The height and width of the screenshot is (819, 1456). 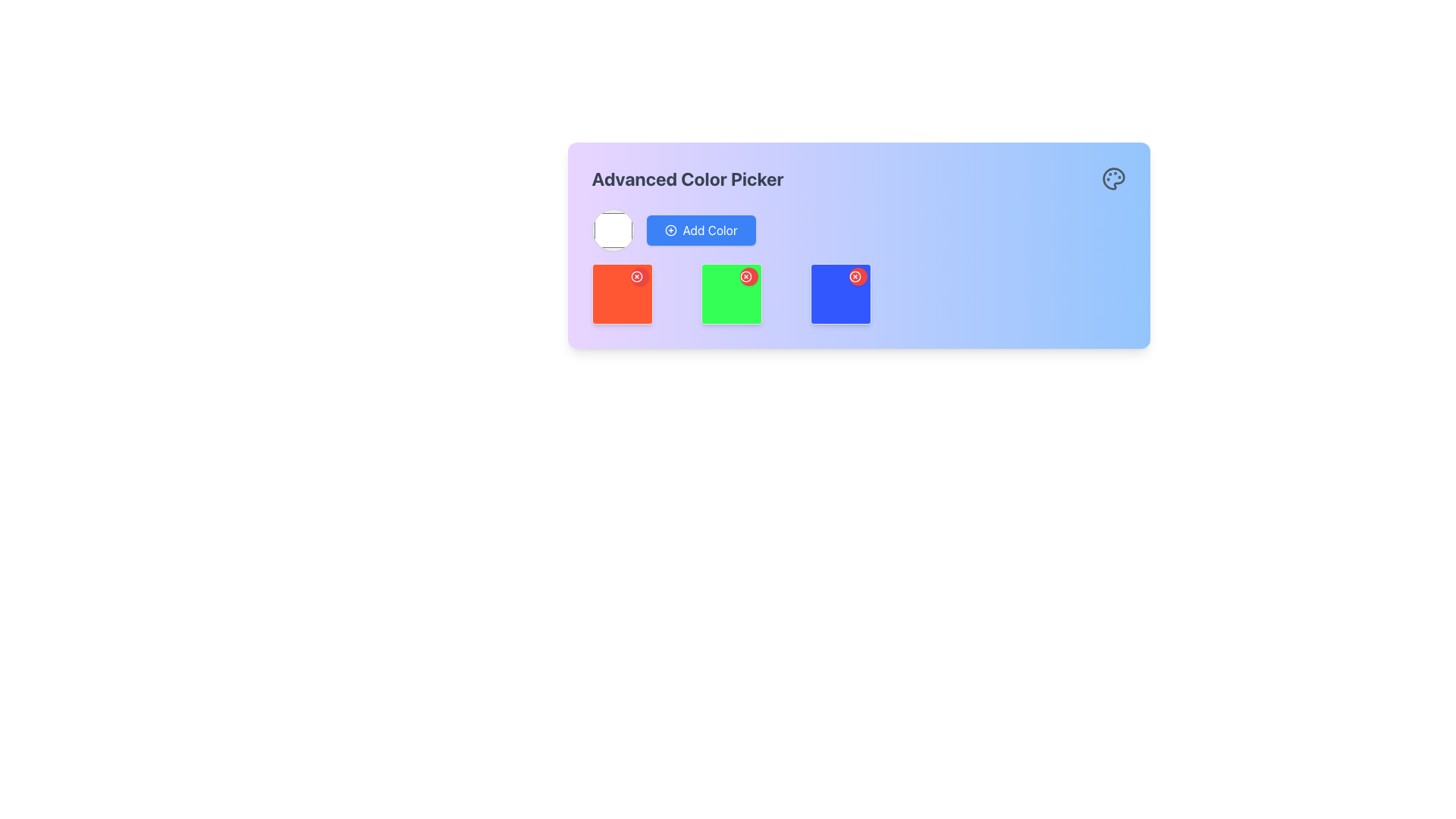 What do you see at coordinates (731, 294) in the screenshot?
I see `keyboard navigation` at bounding box center [731, 294].